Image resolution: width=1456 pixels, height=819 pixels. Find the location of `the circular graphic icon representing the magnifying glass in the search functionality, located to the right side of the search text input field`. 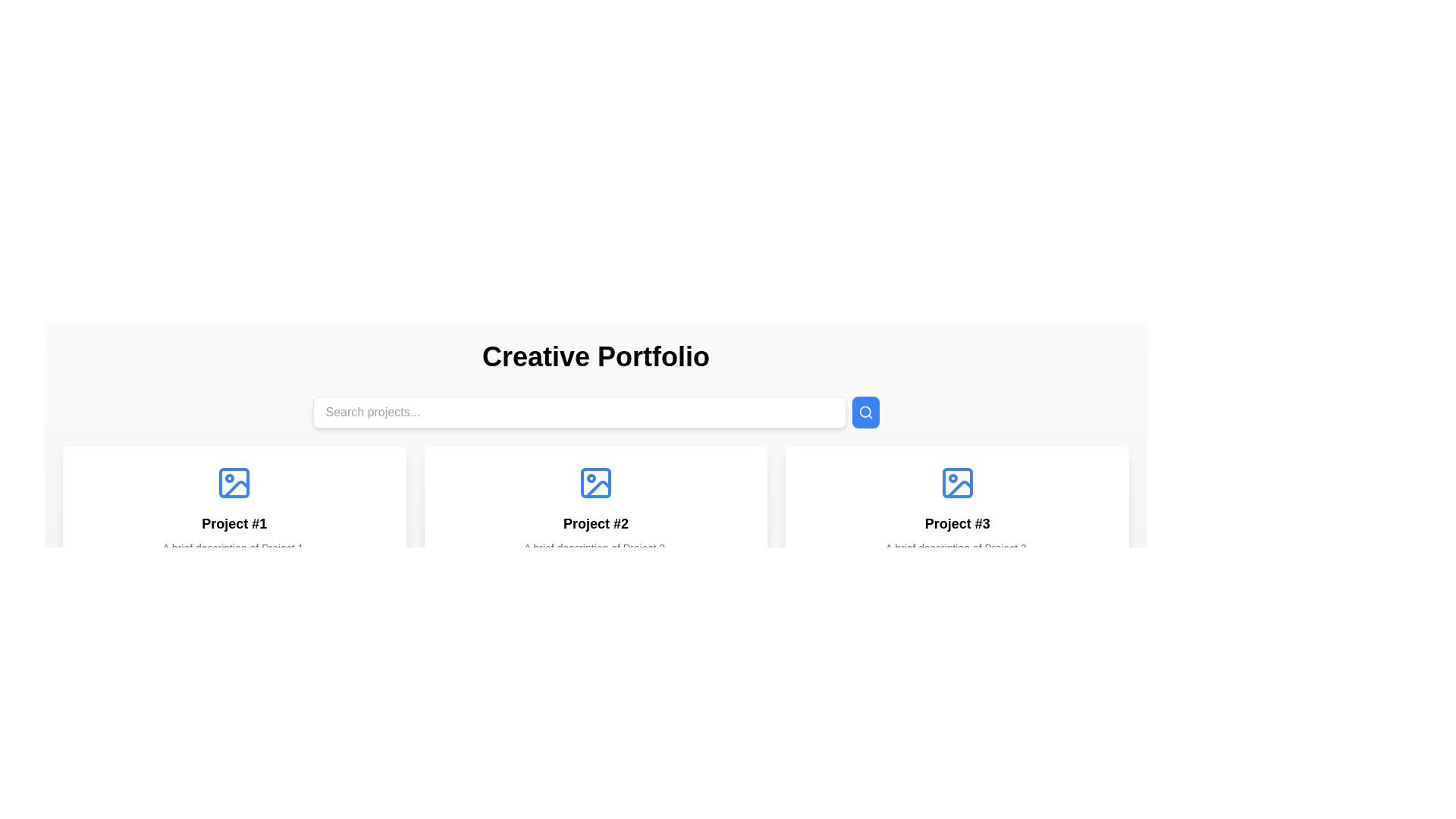

the circular graphic icon representing the magnifying glass in the search functionality, located to the right side of the search text input field is located at coordinates (864, 412).